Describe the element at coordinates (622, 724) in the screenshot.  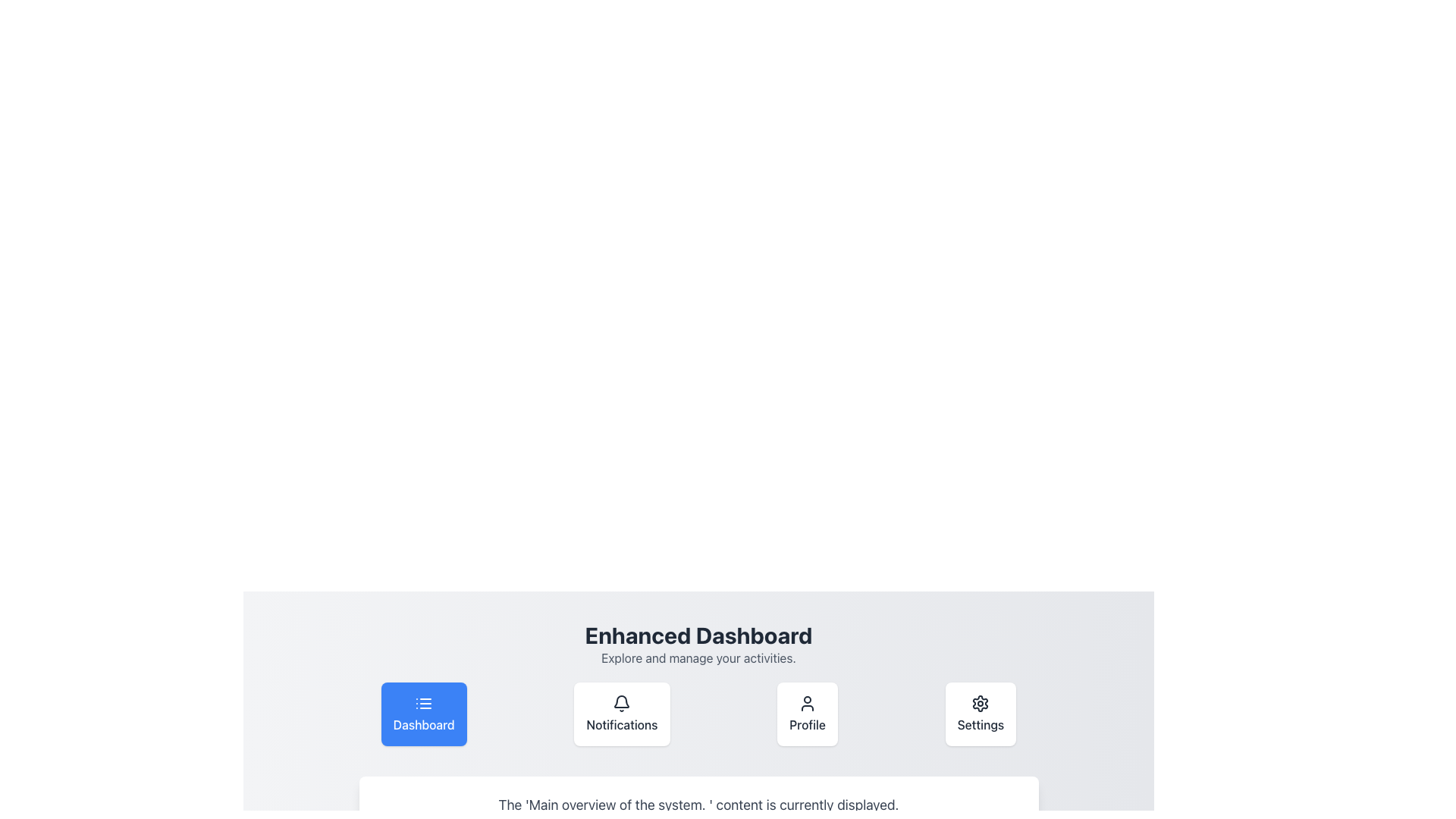
I see `the label providing textual information associated with the 'Notifications' section, located below the bell icon in the second card from the left` at that location.